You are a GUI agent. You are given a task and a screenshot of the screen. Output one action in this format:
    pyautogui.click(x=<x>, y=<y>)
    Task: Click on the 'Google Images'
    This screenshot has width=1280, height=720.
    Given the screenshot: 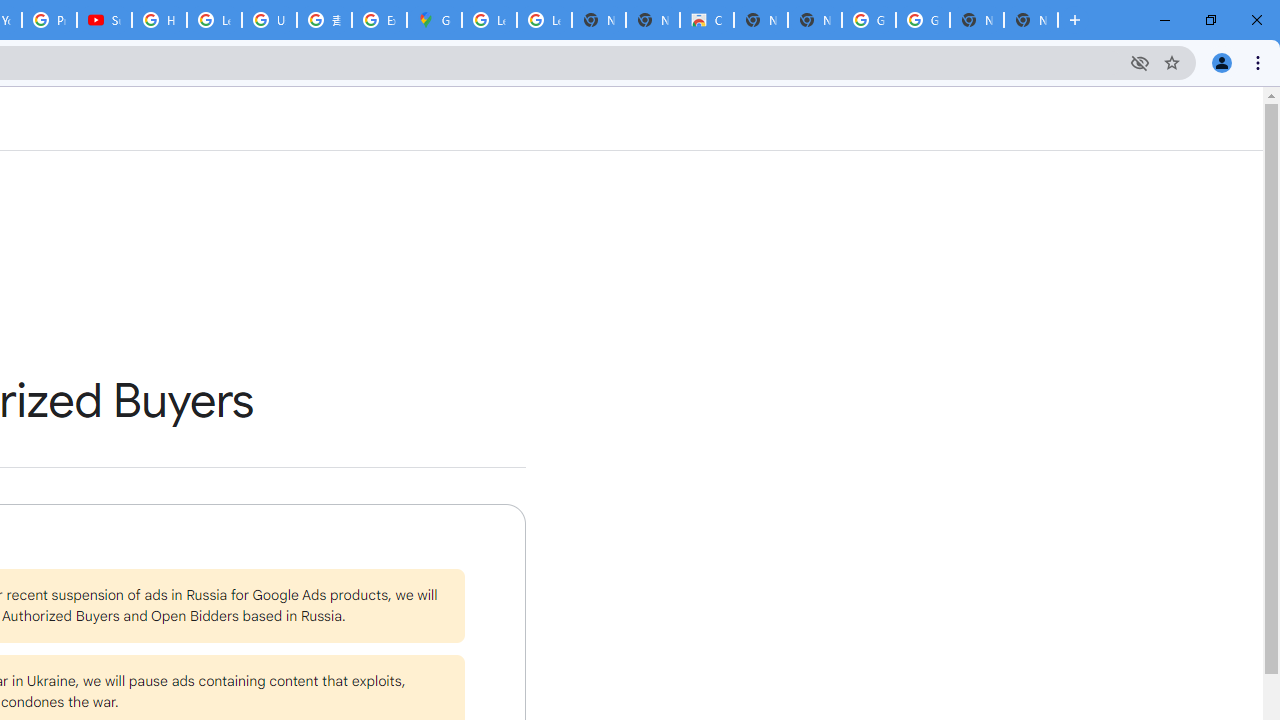 What is the action you would take?
    pyautogui.click(x=921, y=20)
    